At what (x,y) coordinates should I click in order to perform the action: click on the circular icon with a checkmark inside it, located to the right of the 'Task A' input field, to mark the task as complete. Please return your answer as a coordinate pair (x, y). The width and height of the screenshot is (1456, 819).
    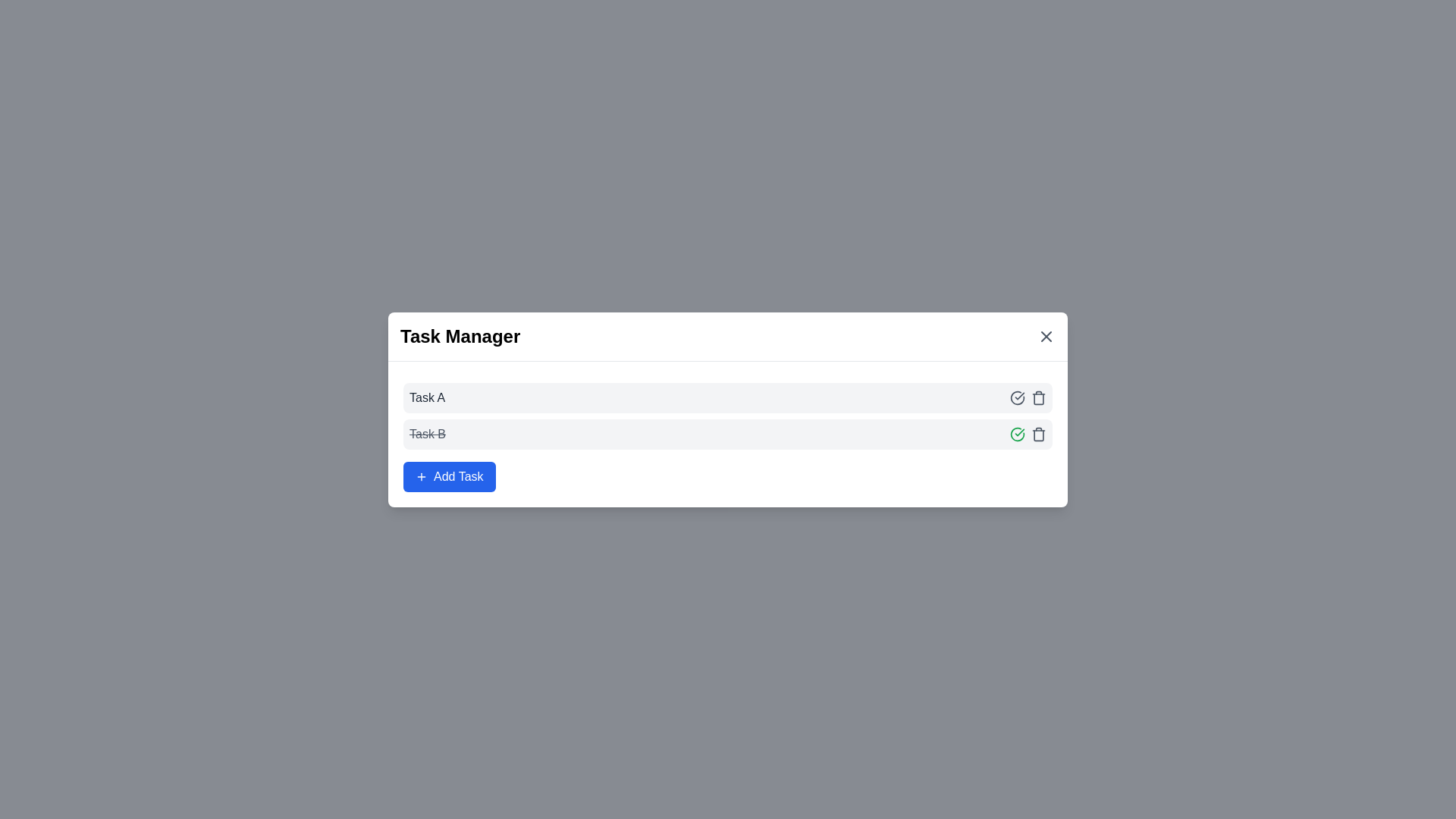
    Looking at the image, I should click on (1018, 397).